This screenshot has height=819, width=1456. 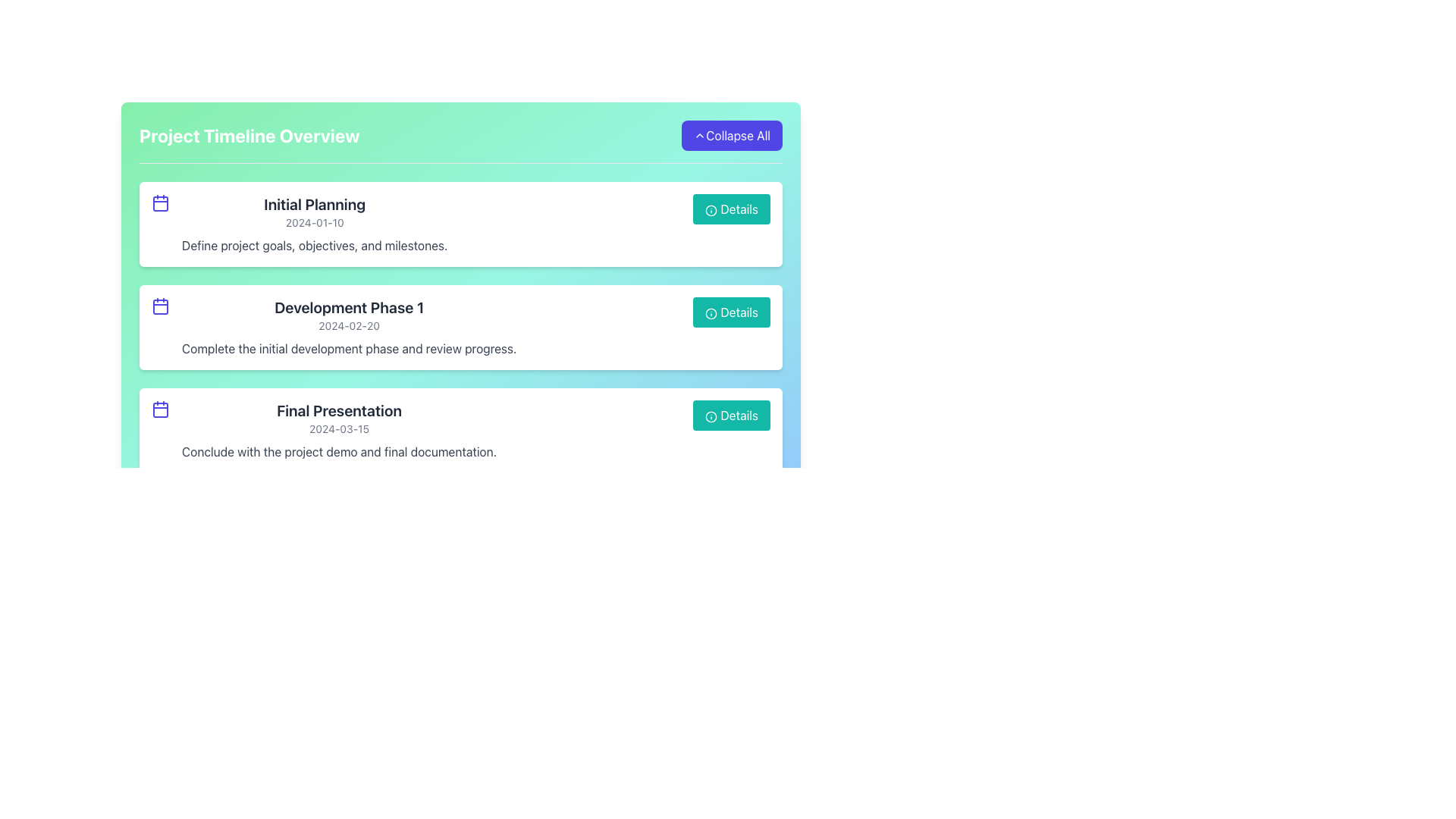 I want to click on the static text label displaying the date '2024-03-15' located below the title 'Final Presentation' in the timeline view, so click(x=338, y=429).